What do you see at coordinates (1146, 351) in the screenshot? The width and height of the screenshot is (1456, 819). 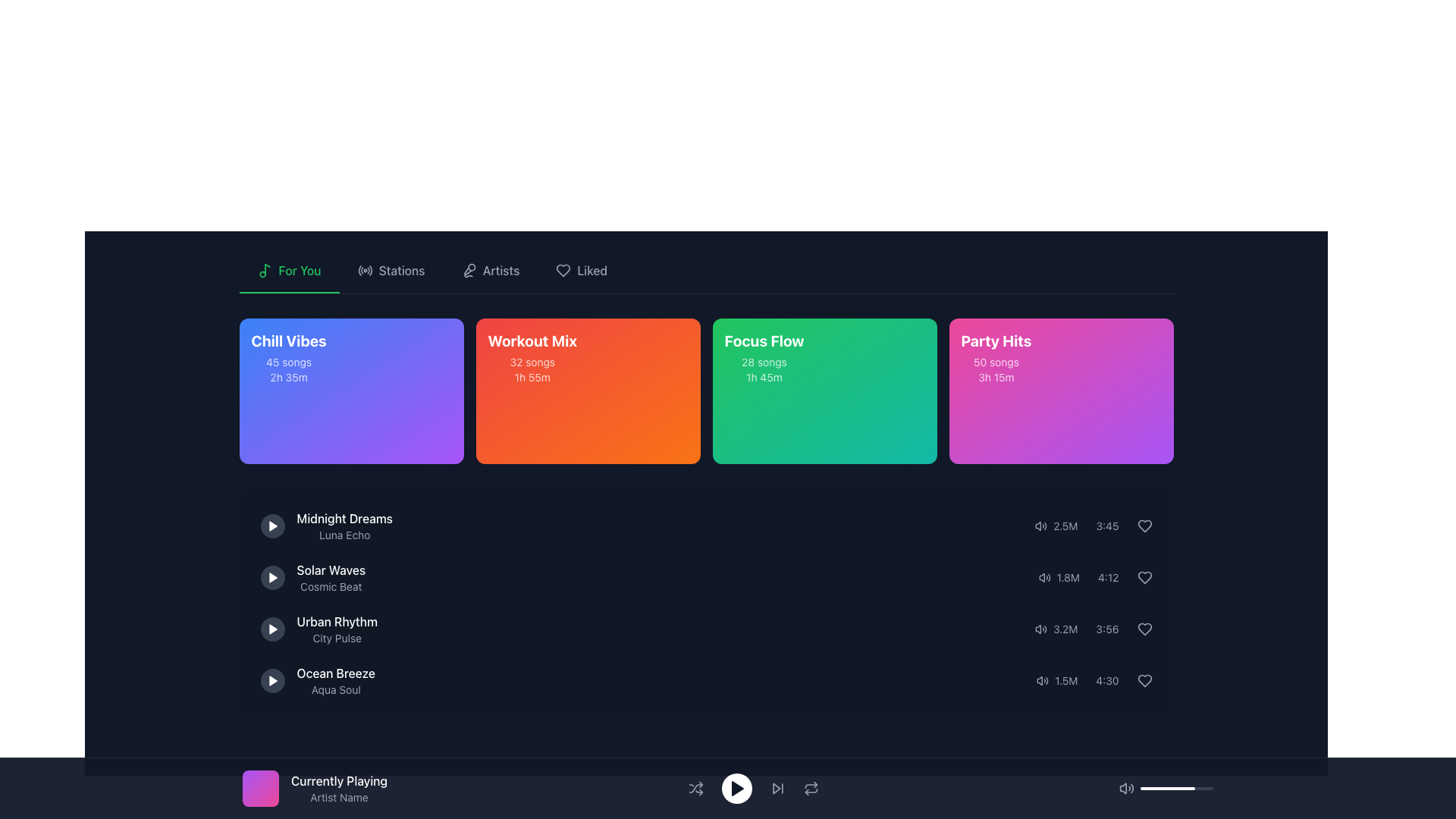 I see `the playback button located at the top-right corner of the 'Party Hits' card to initiate playback` at bounding box center [1146, 351].